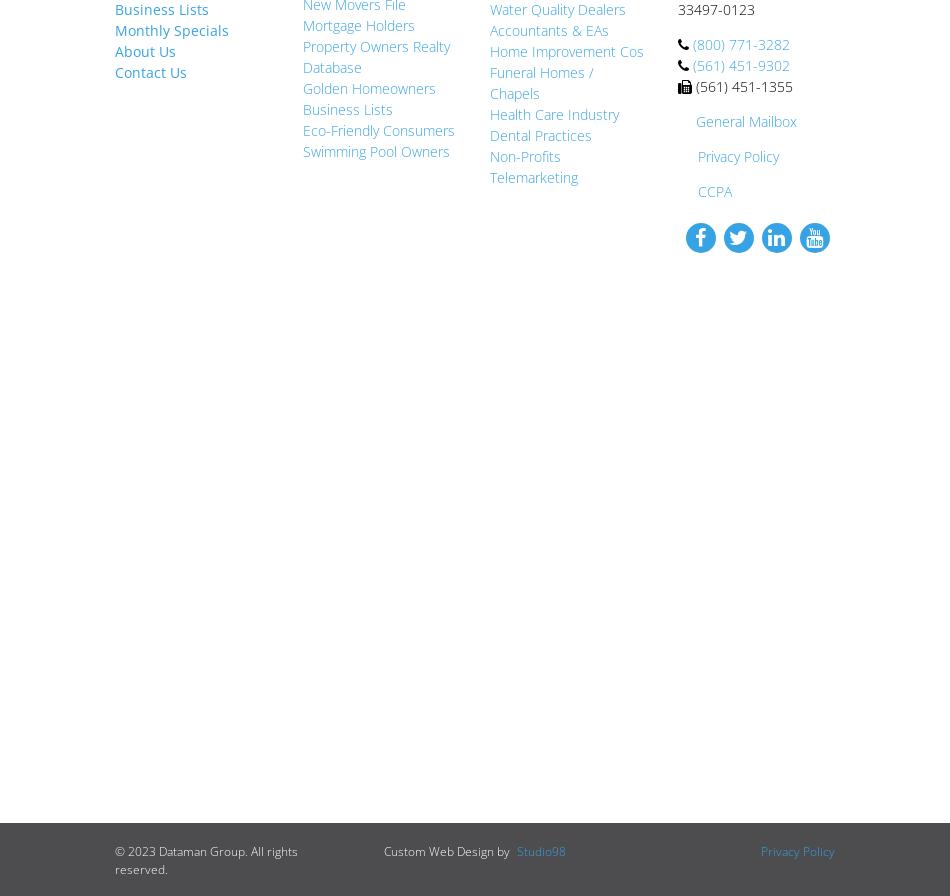 This screenshot has height=896, width=950. Describe the element at coordinates (367, 87) in the screenshot. I see `'Golden Homeowners'` at that location.